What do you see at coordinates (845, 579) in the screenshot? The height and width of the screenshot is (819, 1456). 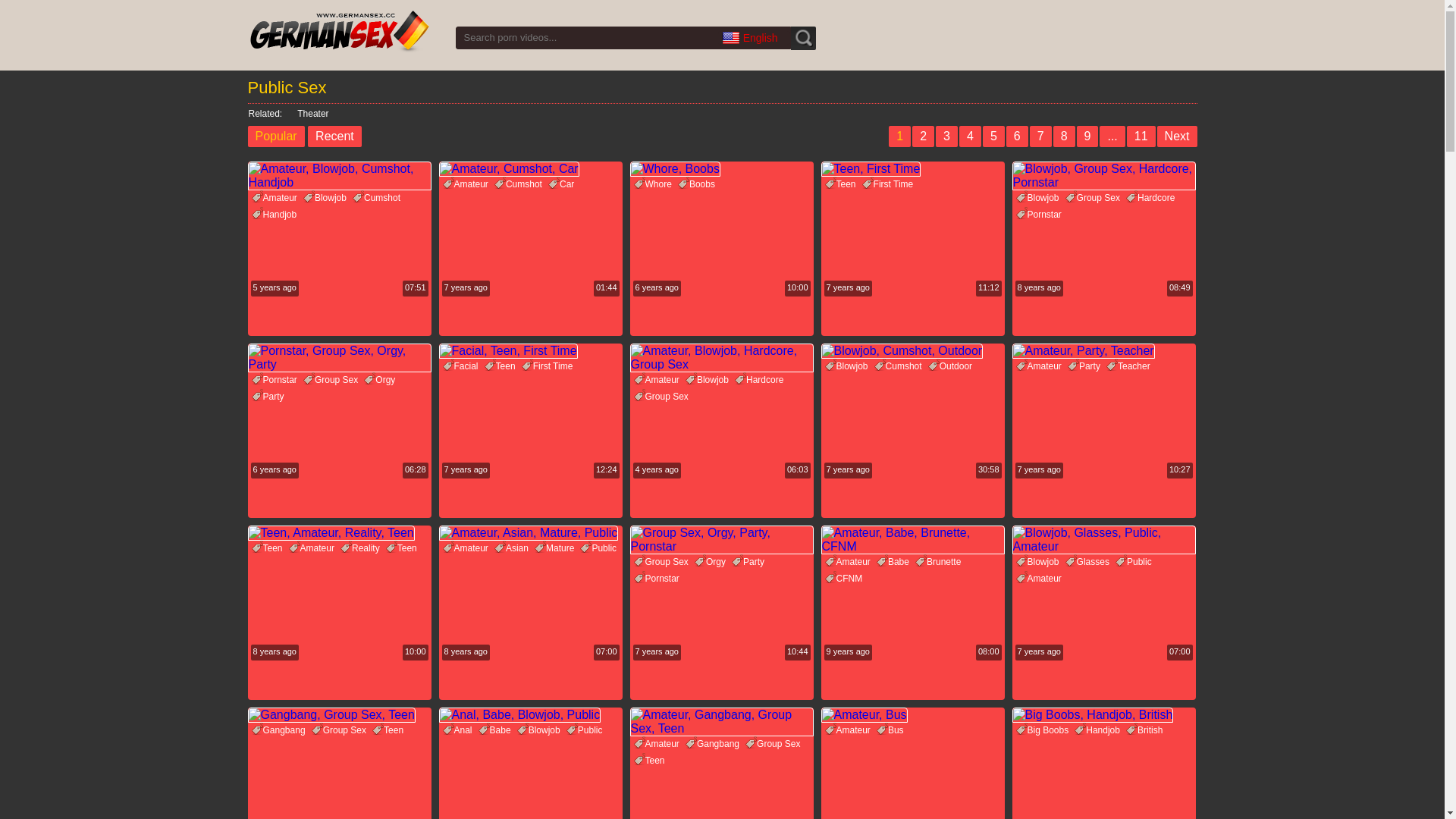 I see `'CFNM'` at bounding box center [845, 579].